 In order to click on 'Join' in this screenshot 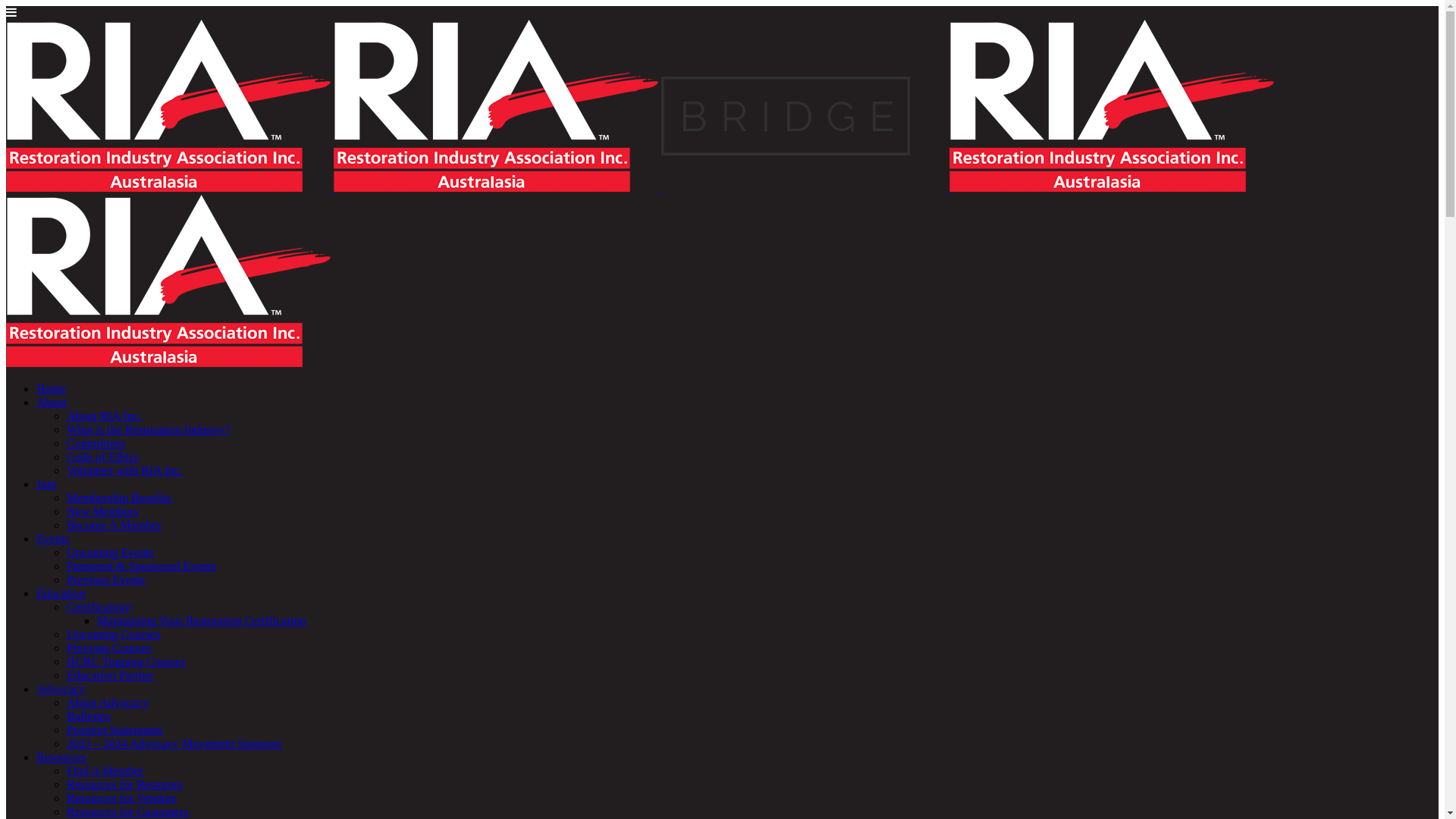, I will do `click(46, 484)`.